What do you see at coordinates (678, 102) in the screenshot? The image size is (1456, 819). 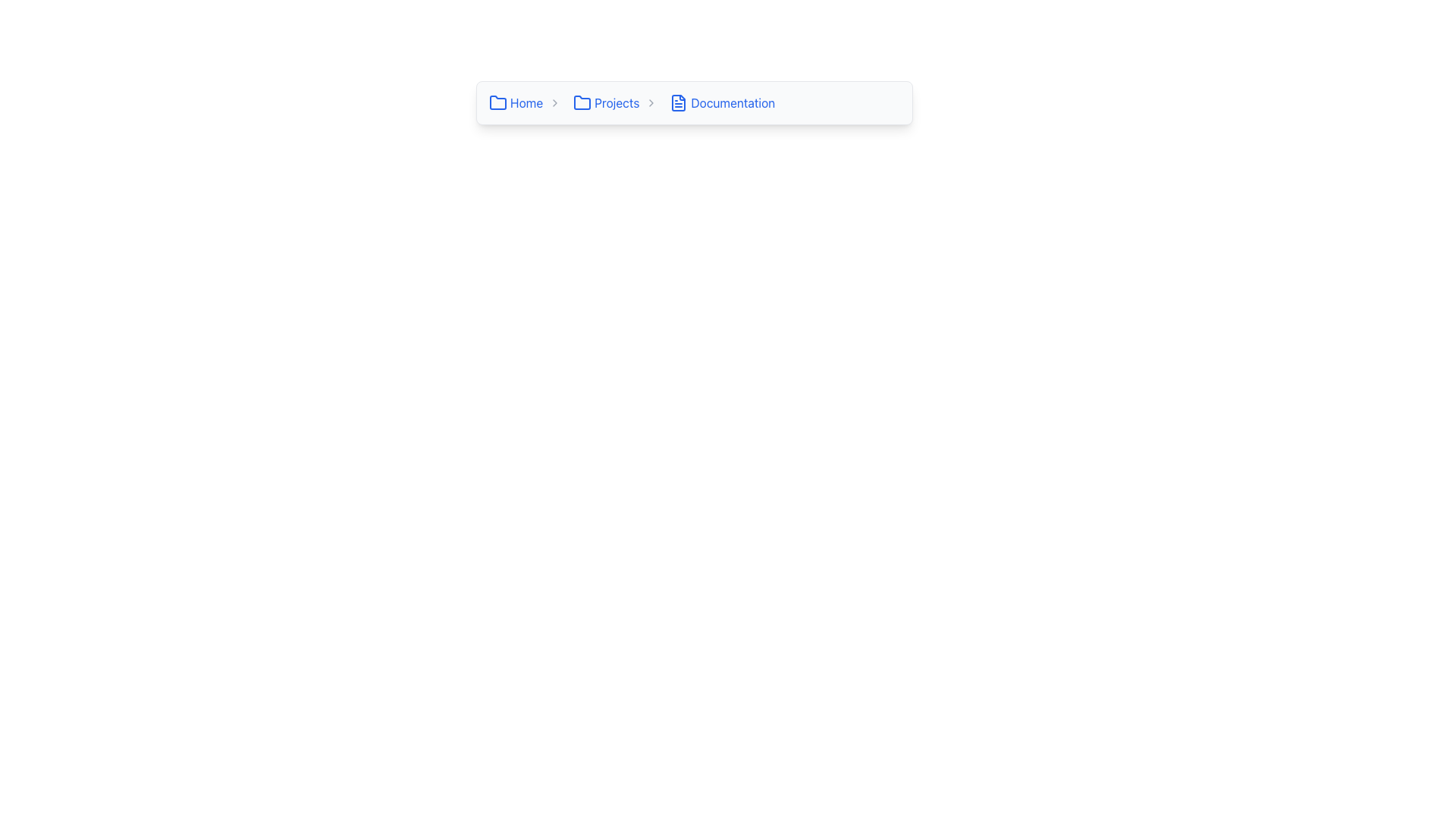 I see `the document icon in the breadcrumb navigation, which is located to the right of the folder icons for 'Home' and 'Projects', and directly left of the text 'Documentation'` at bounding box center [678, 102].